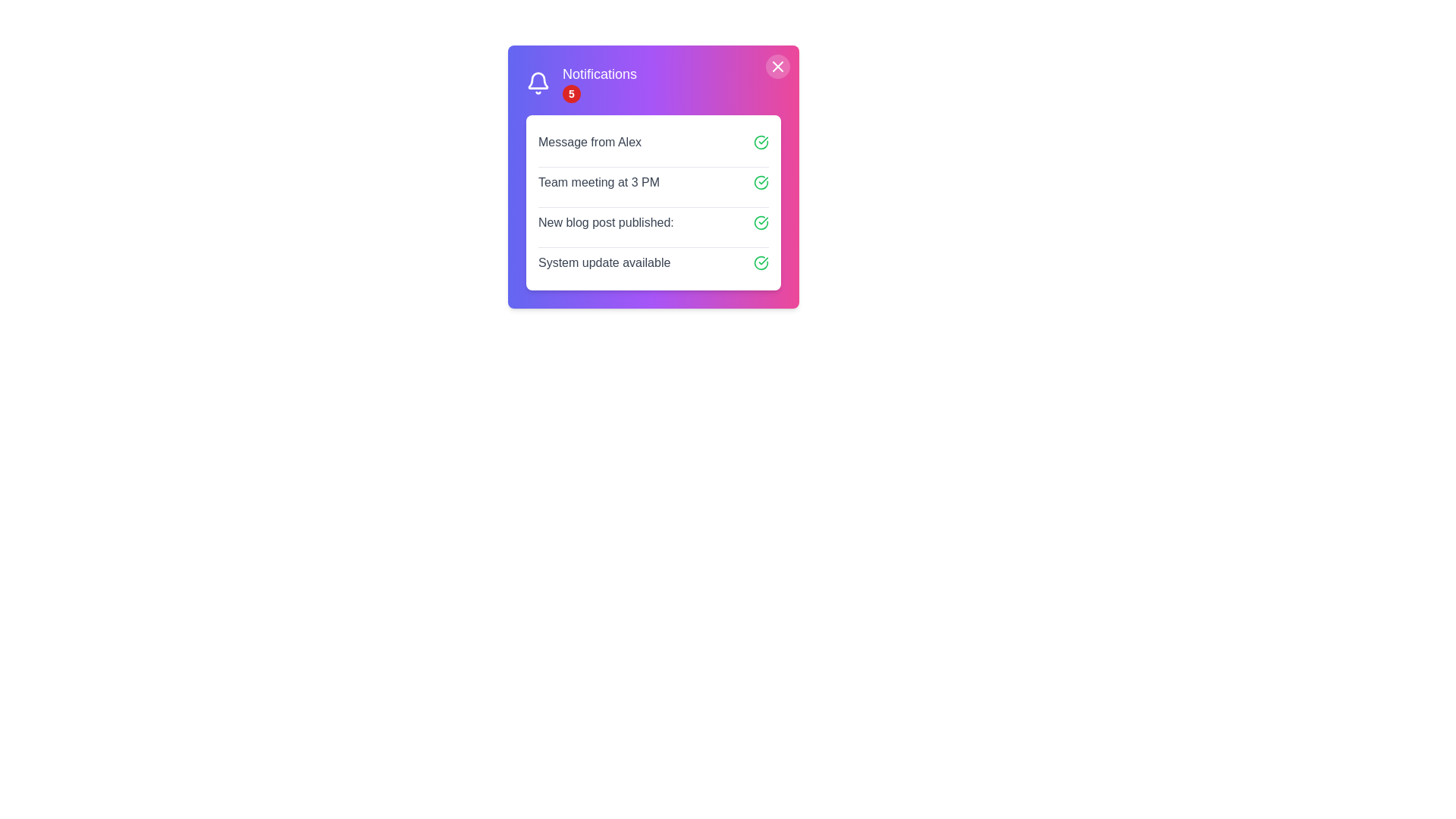 This screenshot has width=1456, height=819. I want to click on the circular green icon with a checkmark, which is positioned to the right of the text 'Message from Alex' in the first notification entry, so click(761, 143).